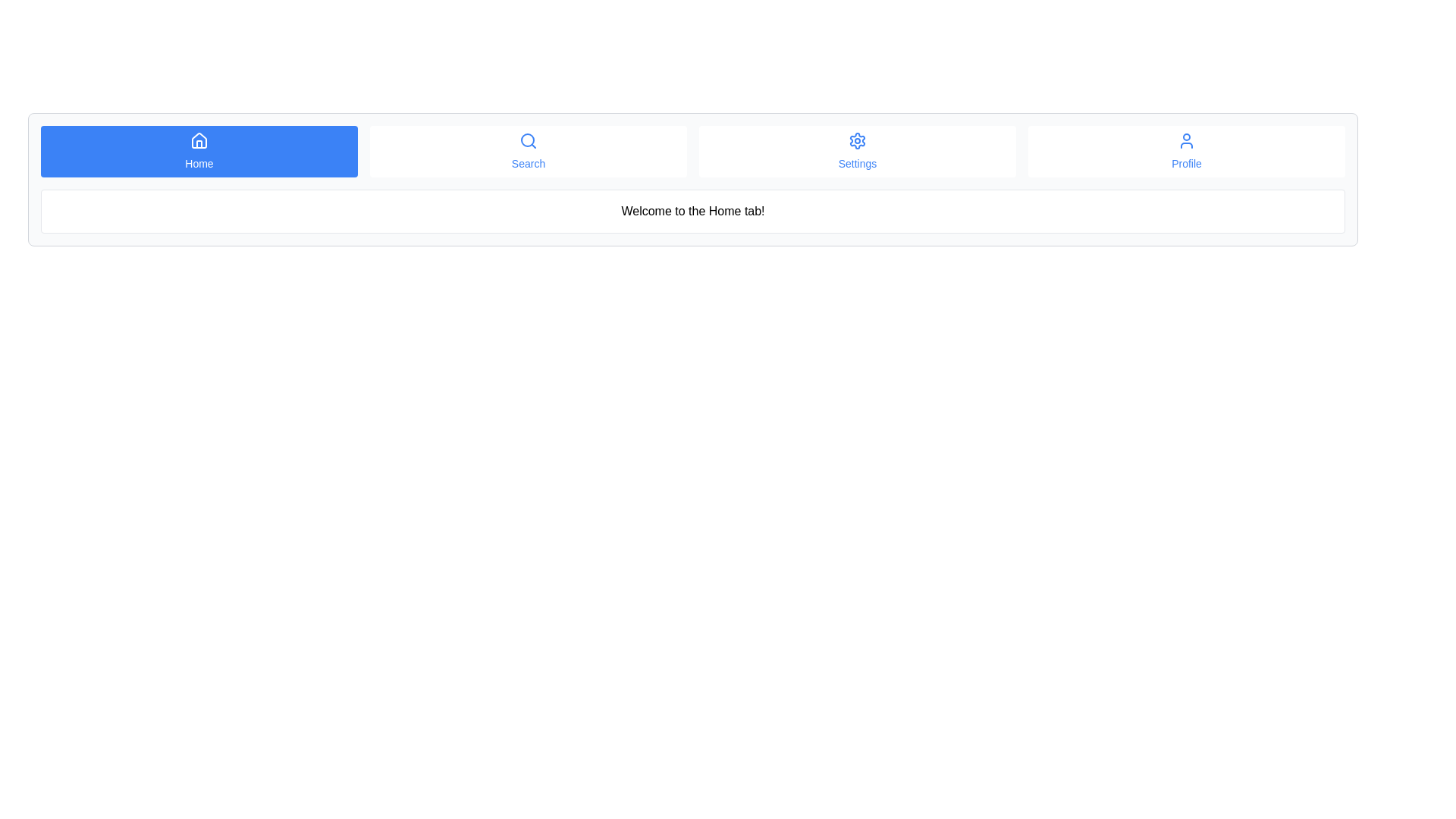 This screenshot has height=819, width=1456. What do you see at coordinates (1185, 164) in the screenshot?
I see `text of the Label located beneath the user-profile icon in the navigation bar, which indicates it leads to the Profile section` at bounding box center [1185, 164].